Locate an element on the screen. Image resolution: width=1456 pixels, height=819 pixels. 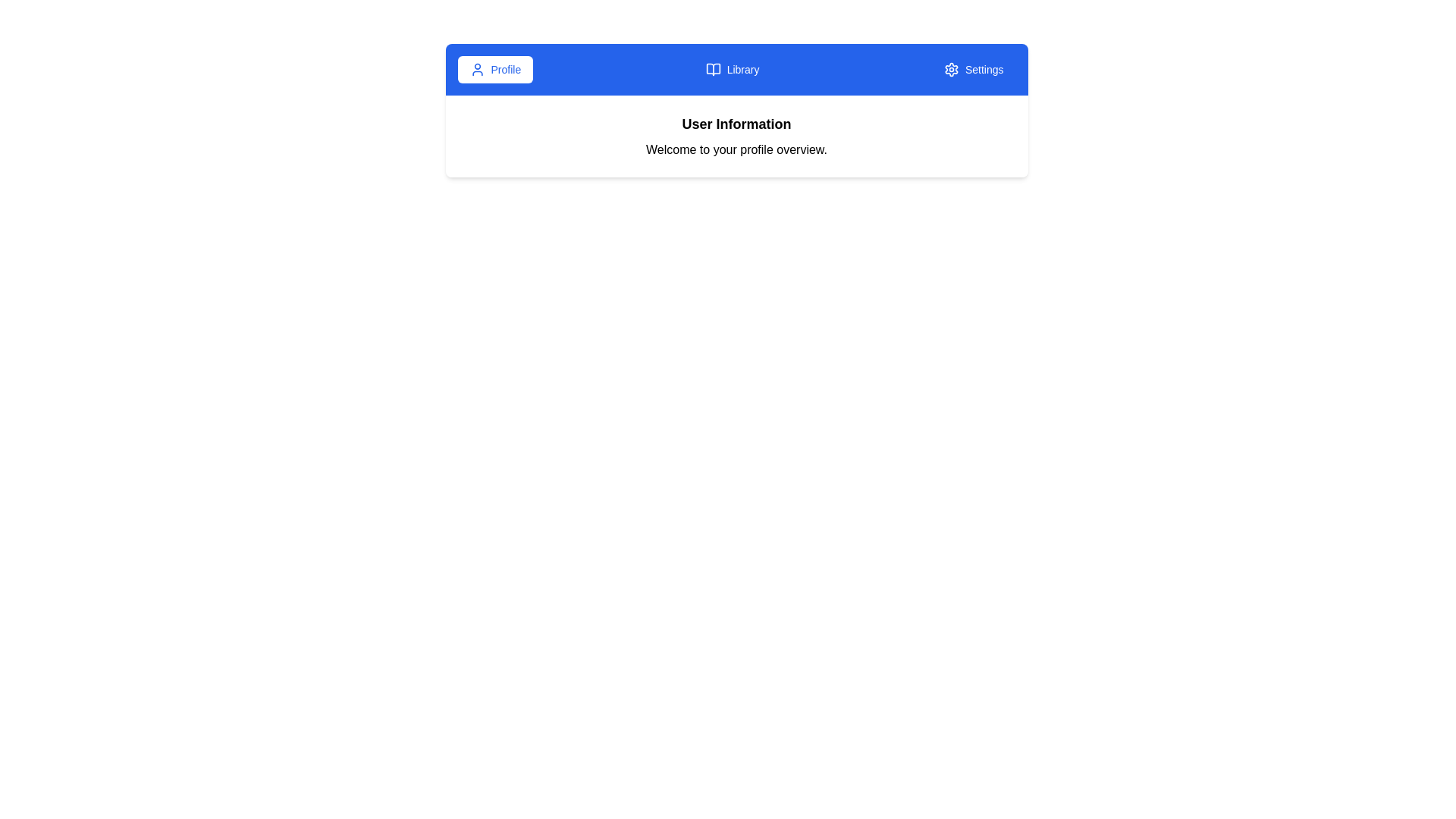
the 'Library' navigation option located in the center portion of the top navigation bar is located at coordinates (742, 70).